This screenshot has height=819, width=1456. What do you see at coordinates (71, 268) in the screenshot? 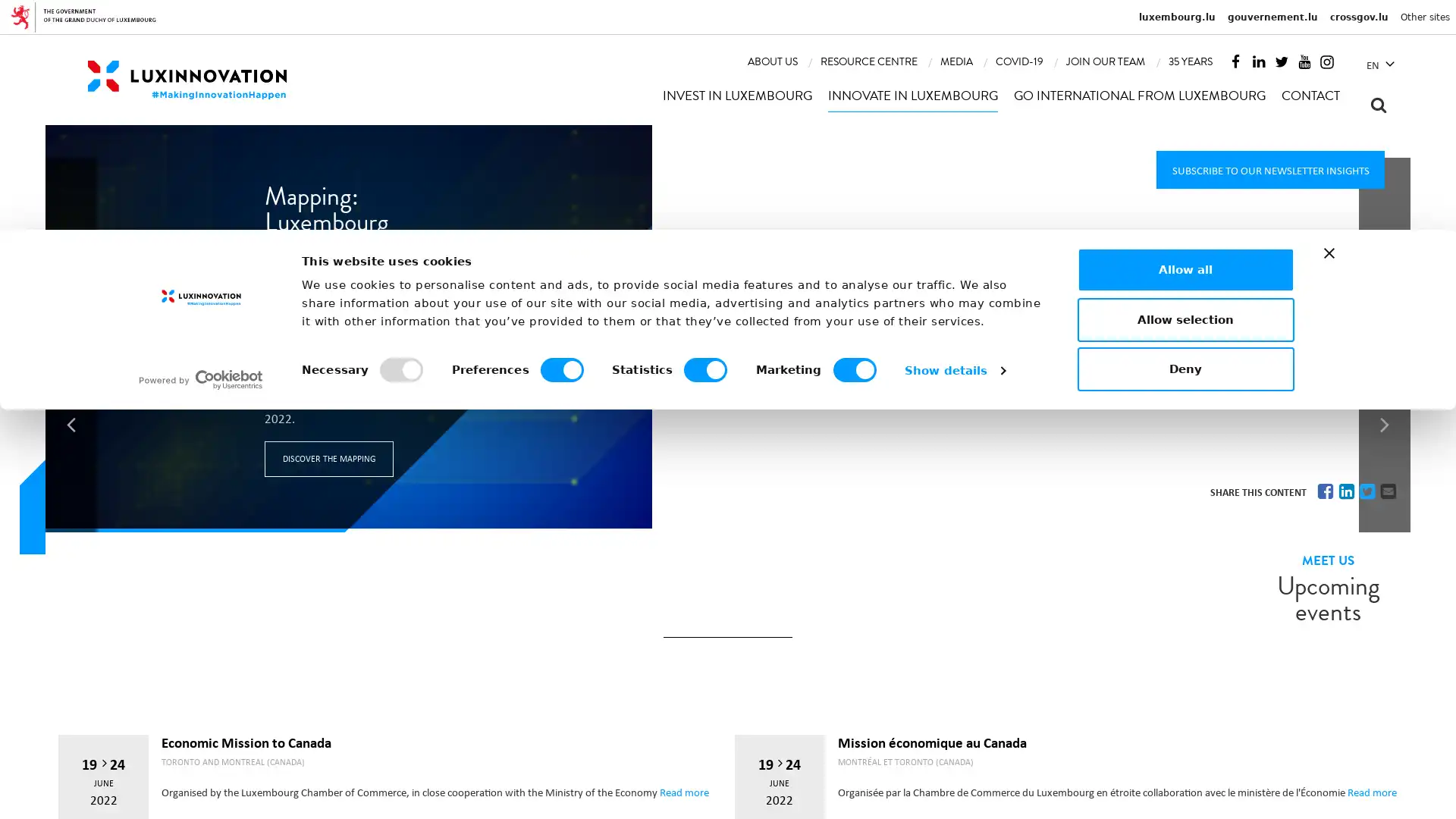
I see `Previous` at bounding box center [71, 268].